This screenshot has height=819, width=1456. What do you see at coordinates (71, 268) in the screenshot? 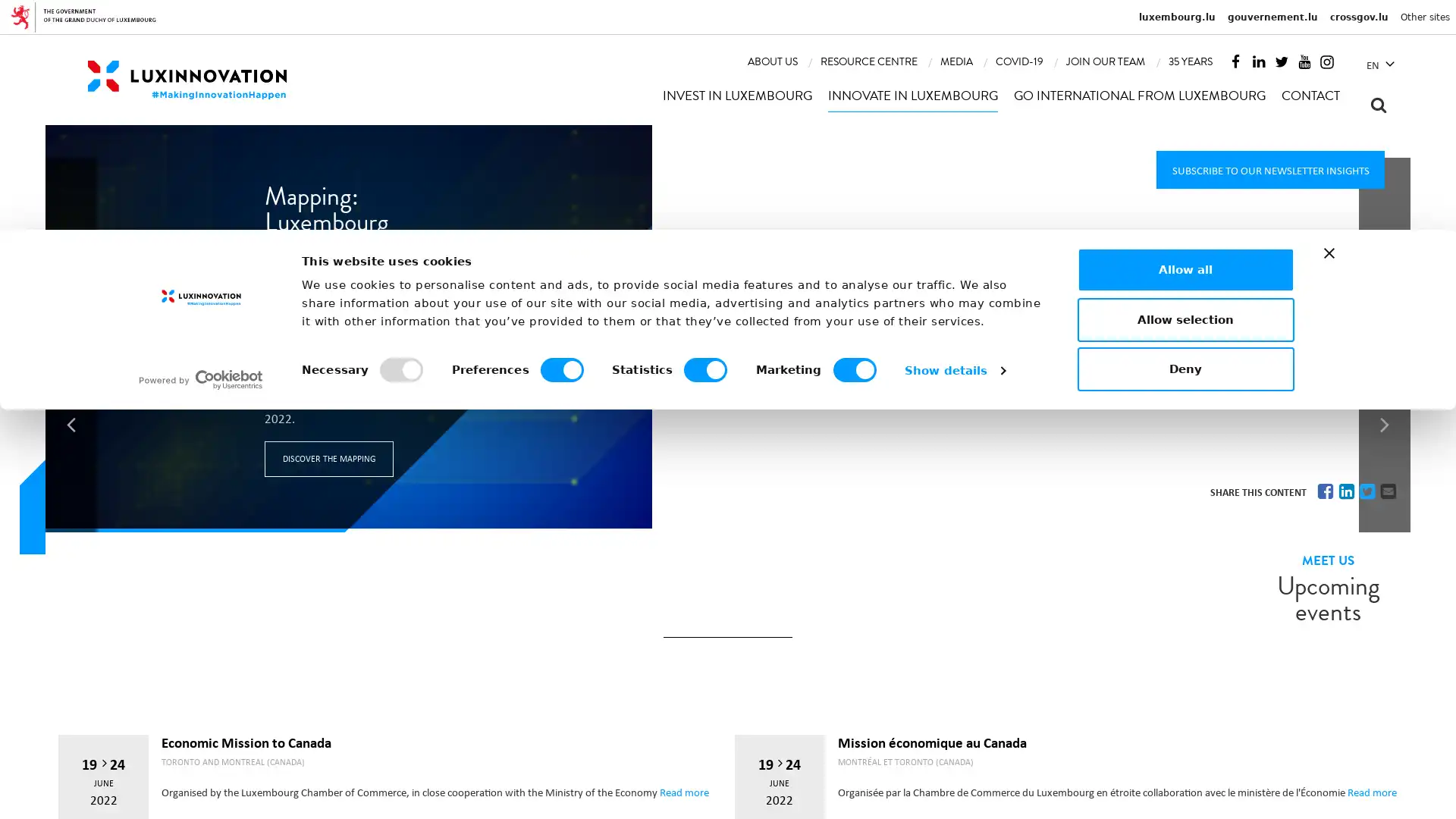
I see `Previous` at bounding box center [71, 268].